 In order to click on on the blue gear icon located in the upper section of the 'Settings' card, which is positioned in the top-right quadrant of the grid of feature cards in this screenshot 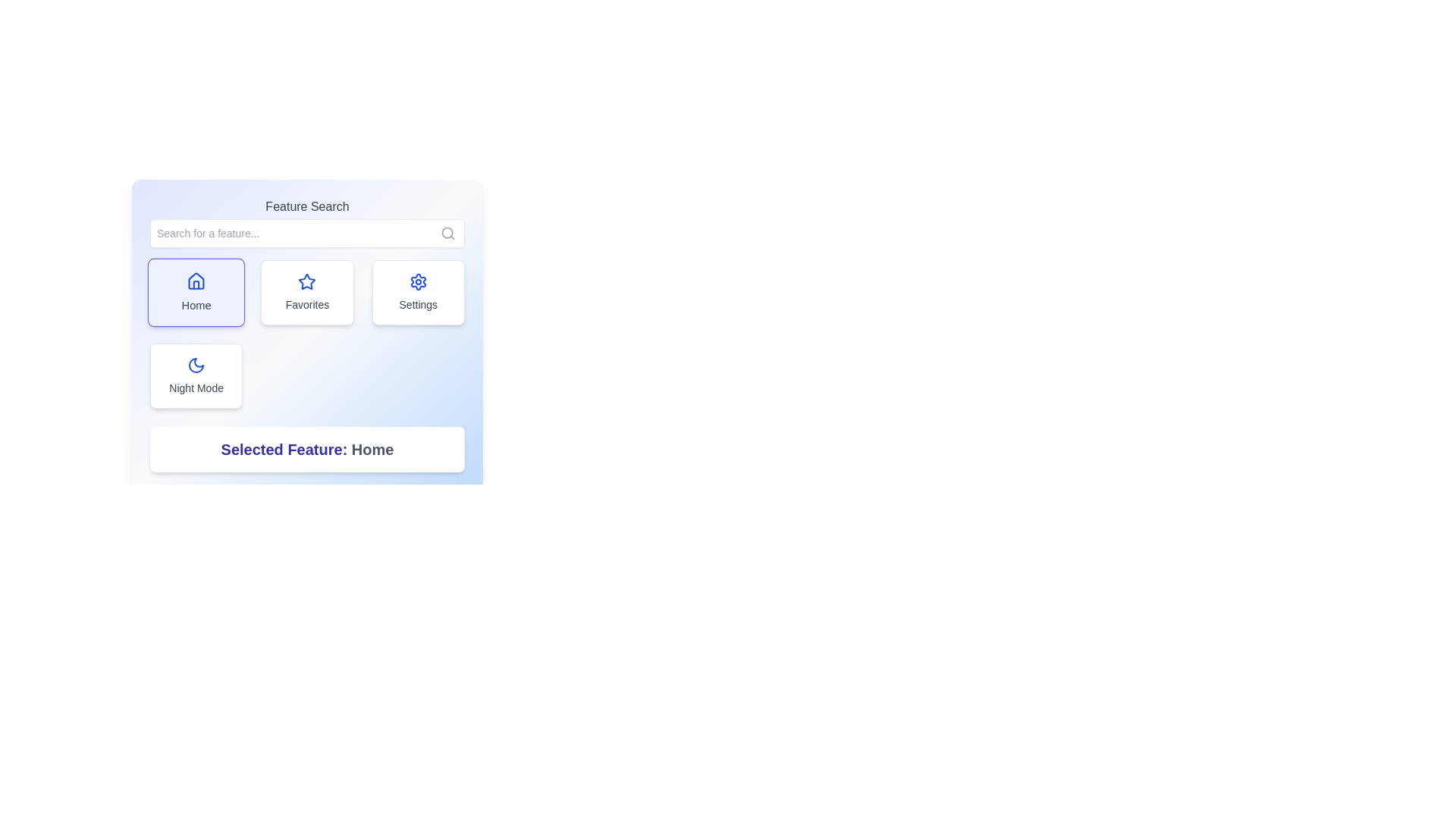, I will do `click(418, 281)`.